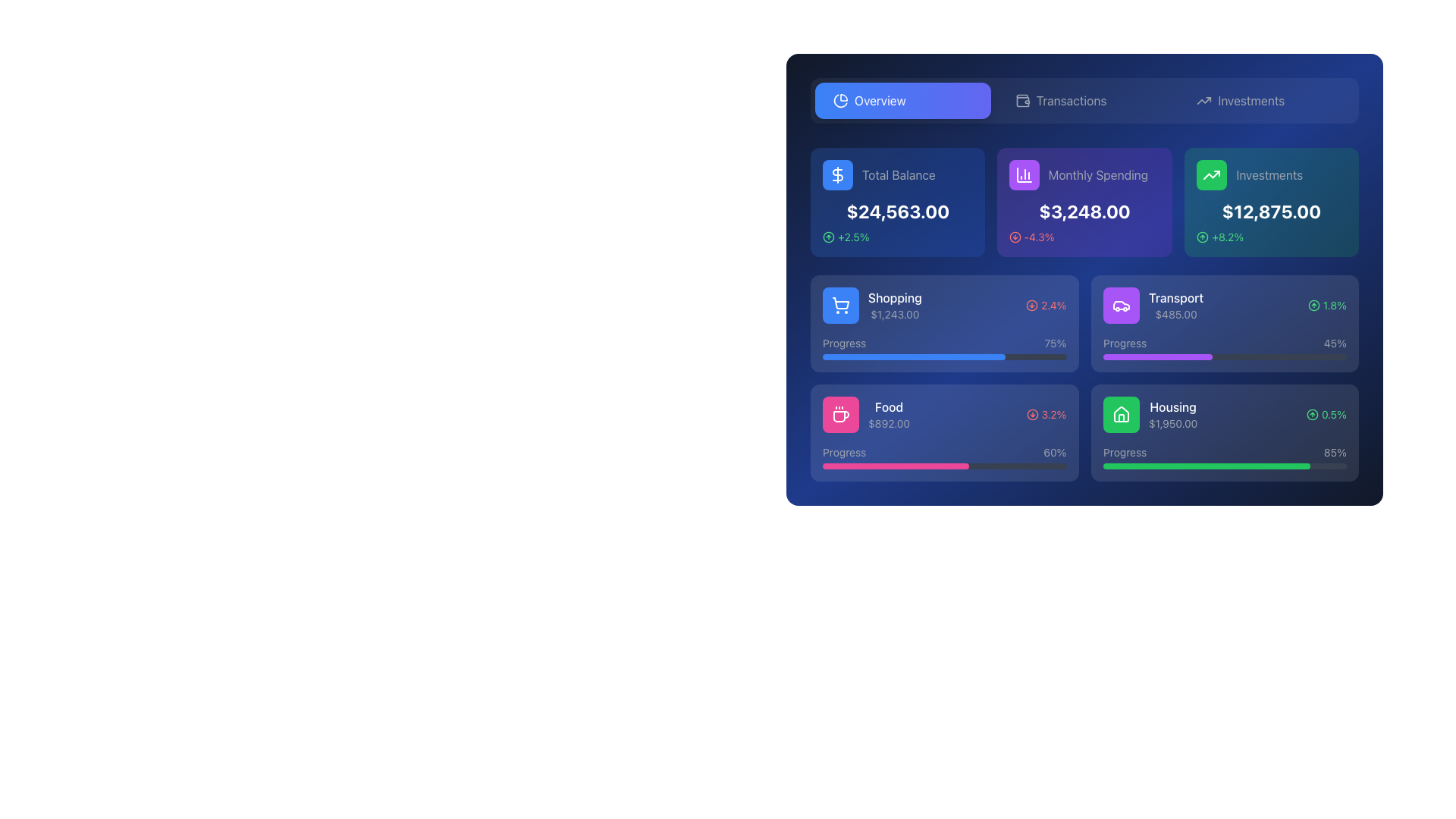 Image resolution: width=1456 pixels, height=819 pixels. I want to click on monetary value displayed in the Text label showing '$1,950.00' located below the 'Housing' text in the bottom-right section of the UI, so click(1172, 424).